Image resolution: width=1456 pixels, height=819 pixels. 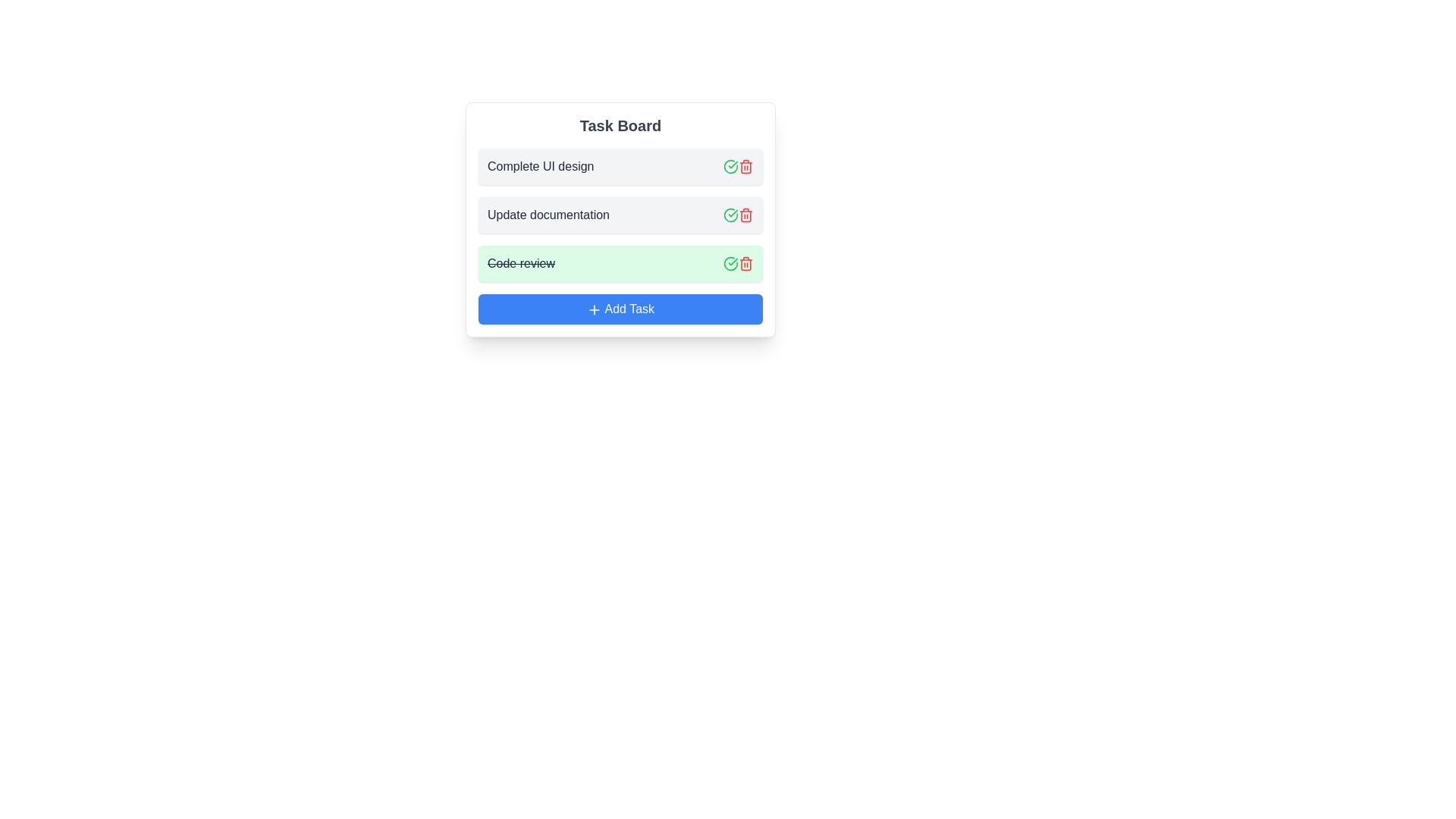 What do you see at coordinates (731, 215) in the screenshot?
I see `the button next to 'Update documentation' to mark the task as completed` at bounding box center [731, 215].